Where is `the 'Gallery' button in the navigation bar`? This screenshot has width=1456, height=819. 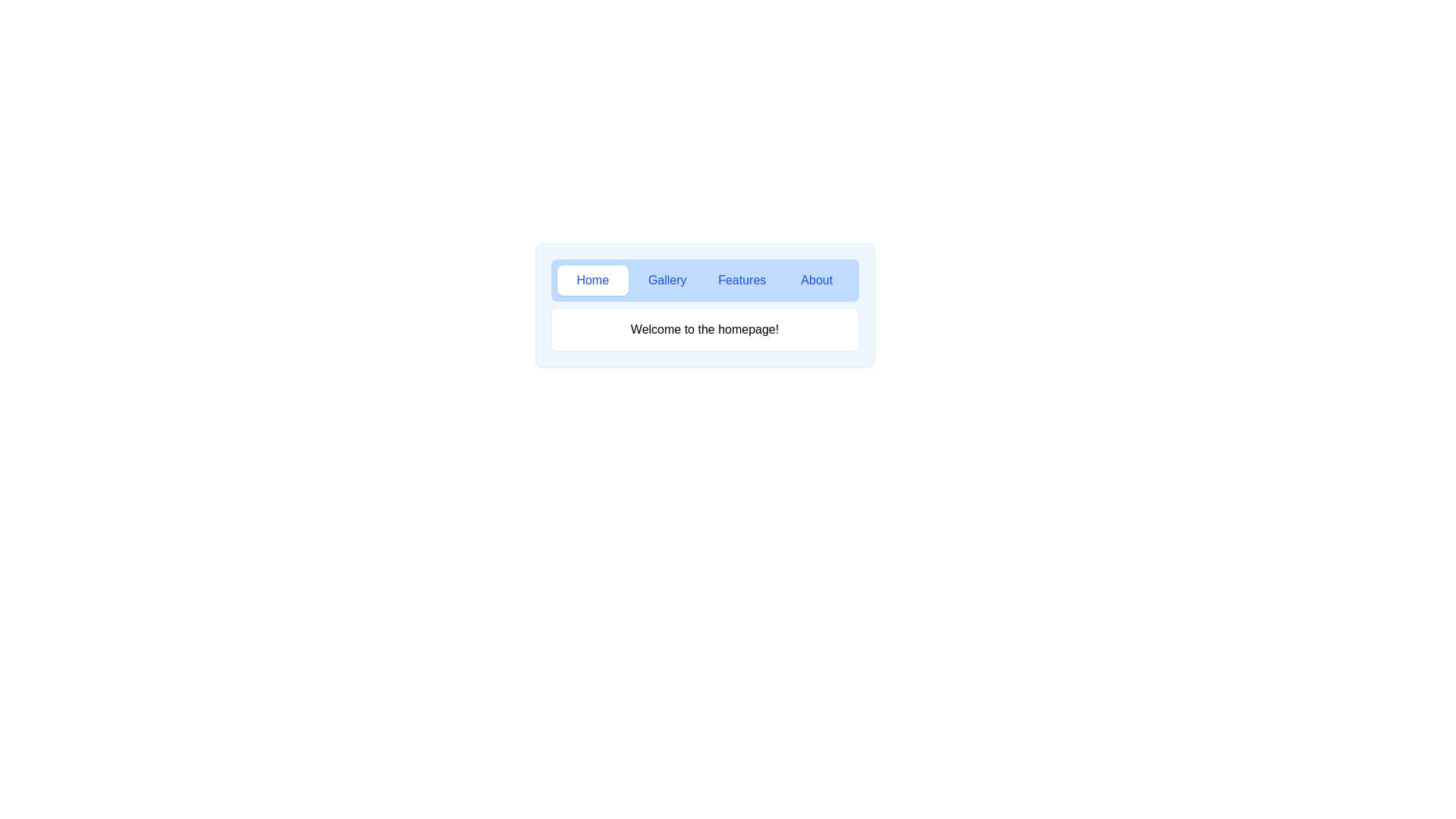 the 'Gallery' button in the navigation bar is located at coordinates (667, 281).